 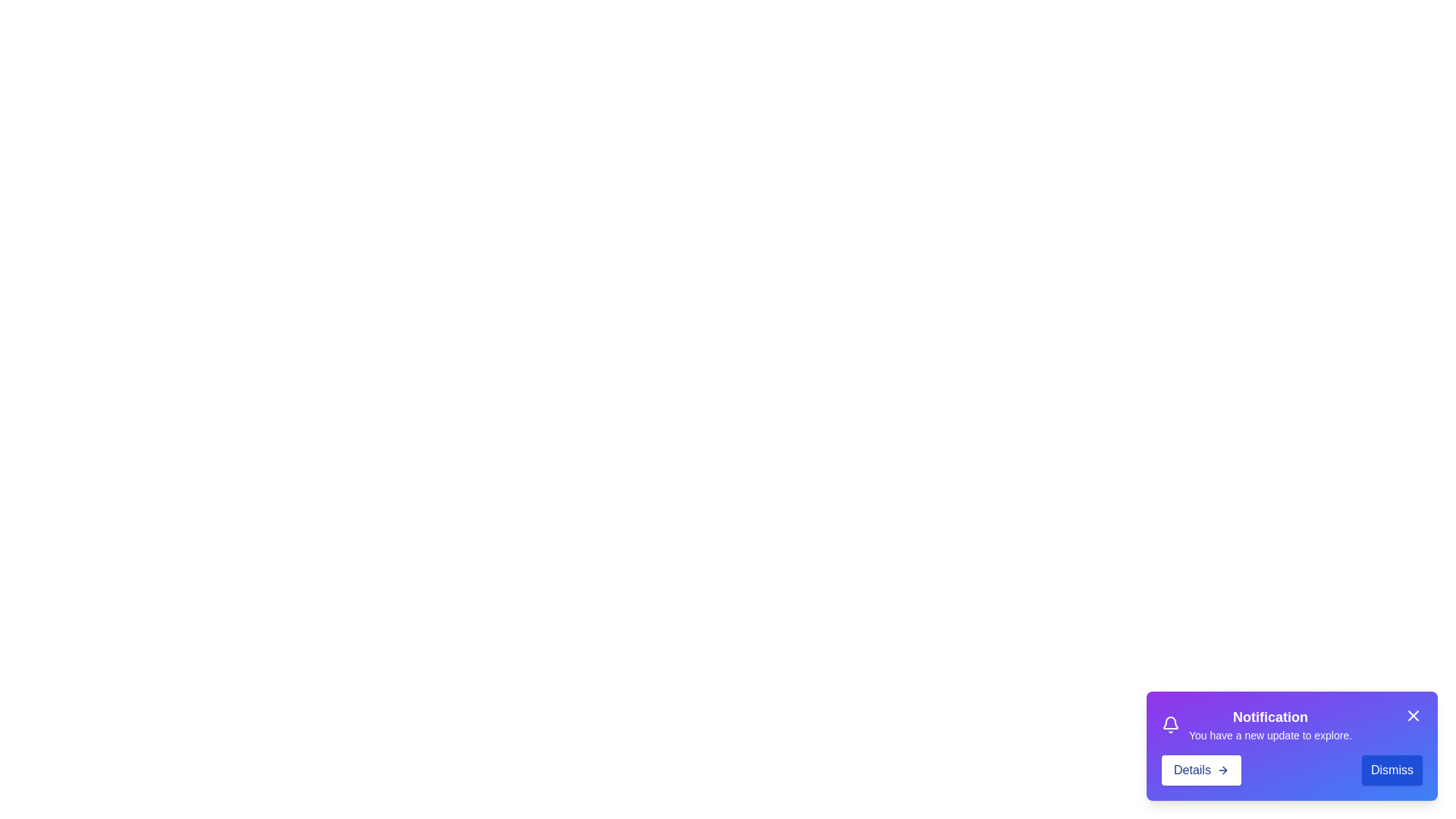 I want to click on the minimalistic cross icon located at the top-right corner of the notification popup by interacting through the keyboard, so click(x=1412, y=716).